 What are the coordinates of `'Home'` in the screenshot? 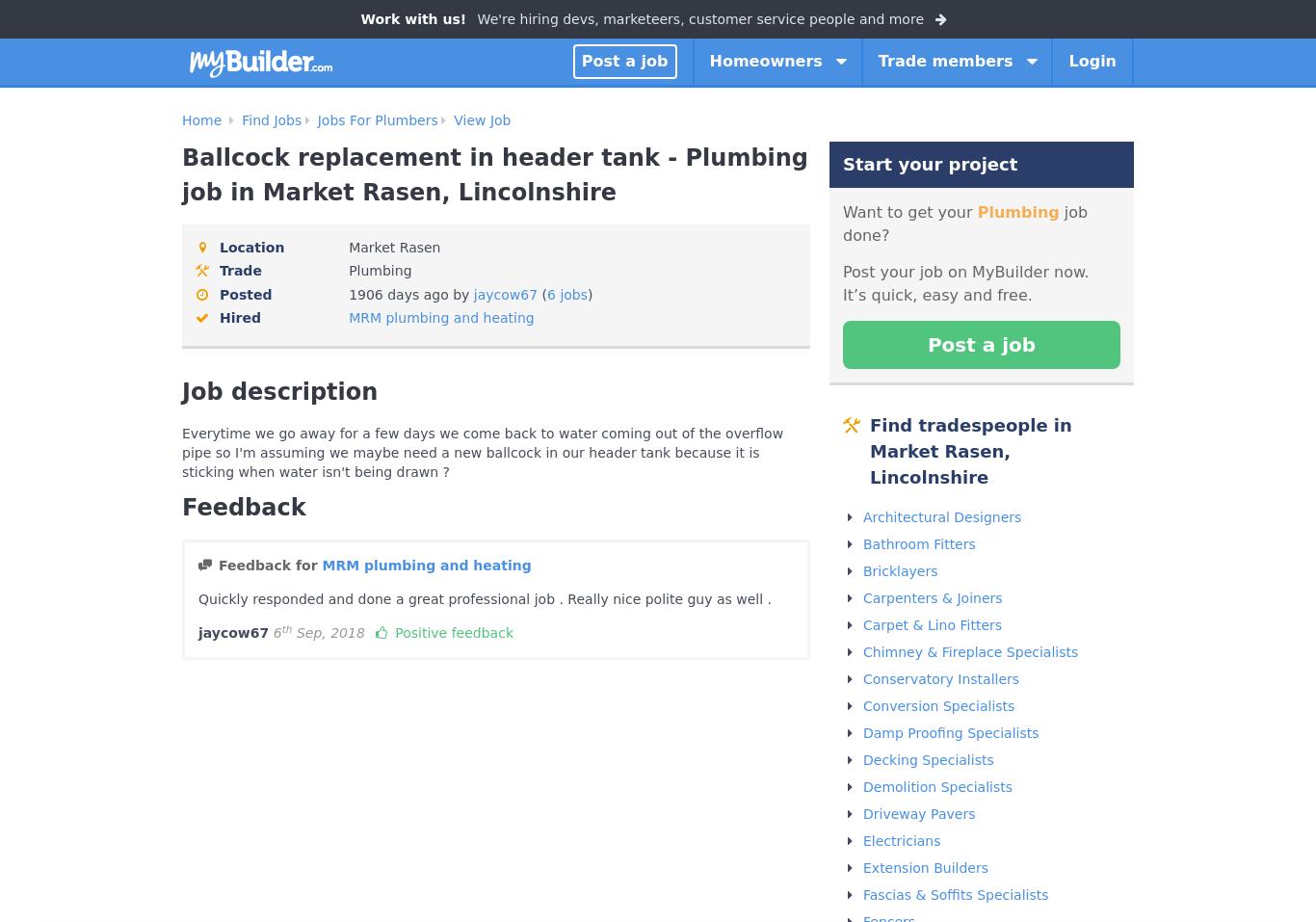 It's located at (200, 119).